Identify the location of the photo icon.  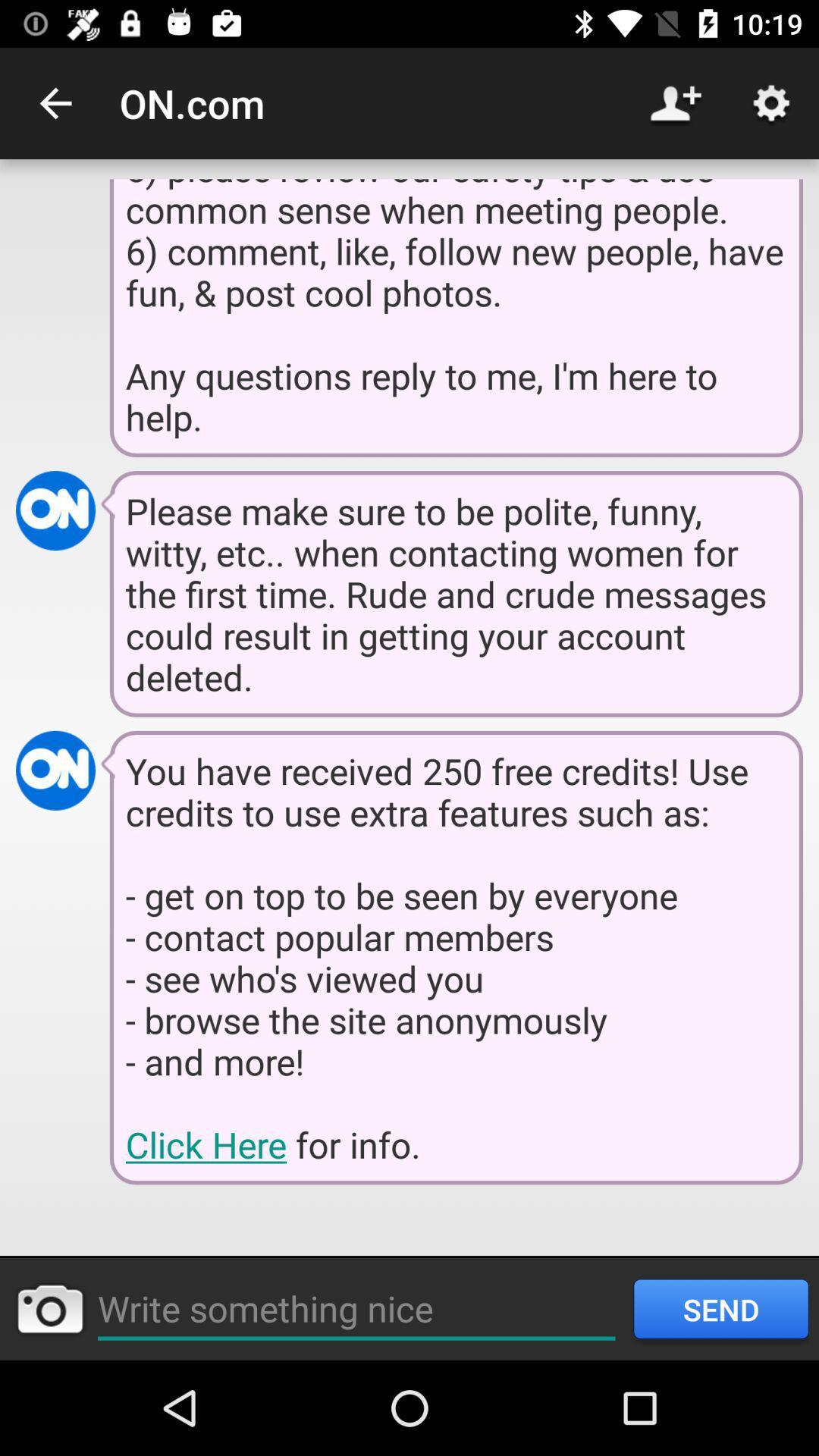
(49, 1308).